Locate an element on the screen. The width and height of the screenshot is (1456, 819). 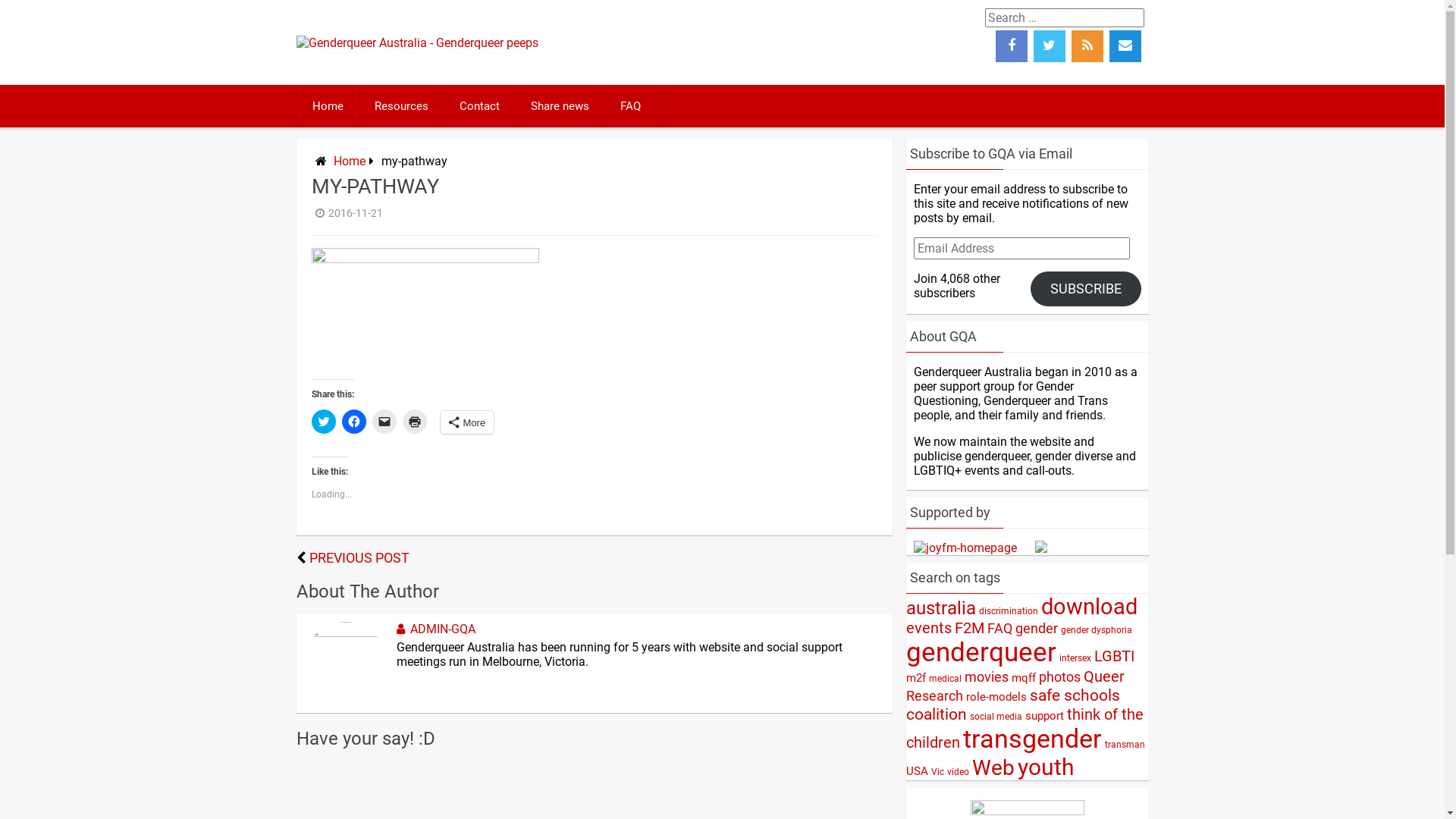
'Genderqueer Australia' is located at coordinates (416, 42).